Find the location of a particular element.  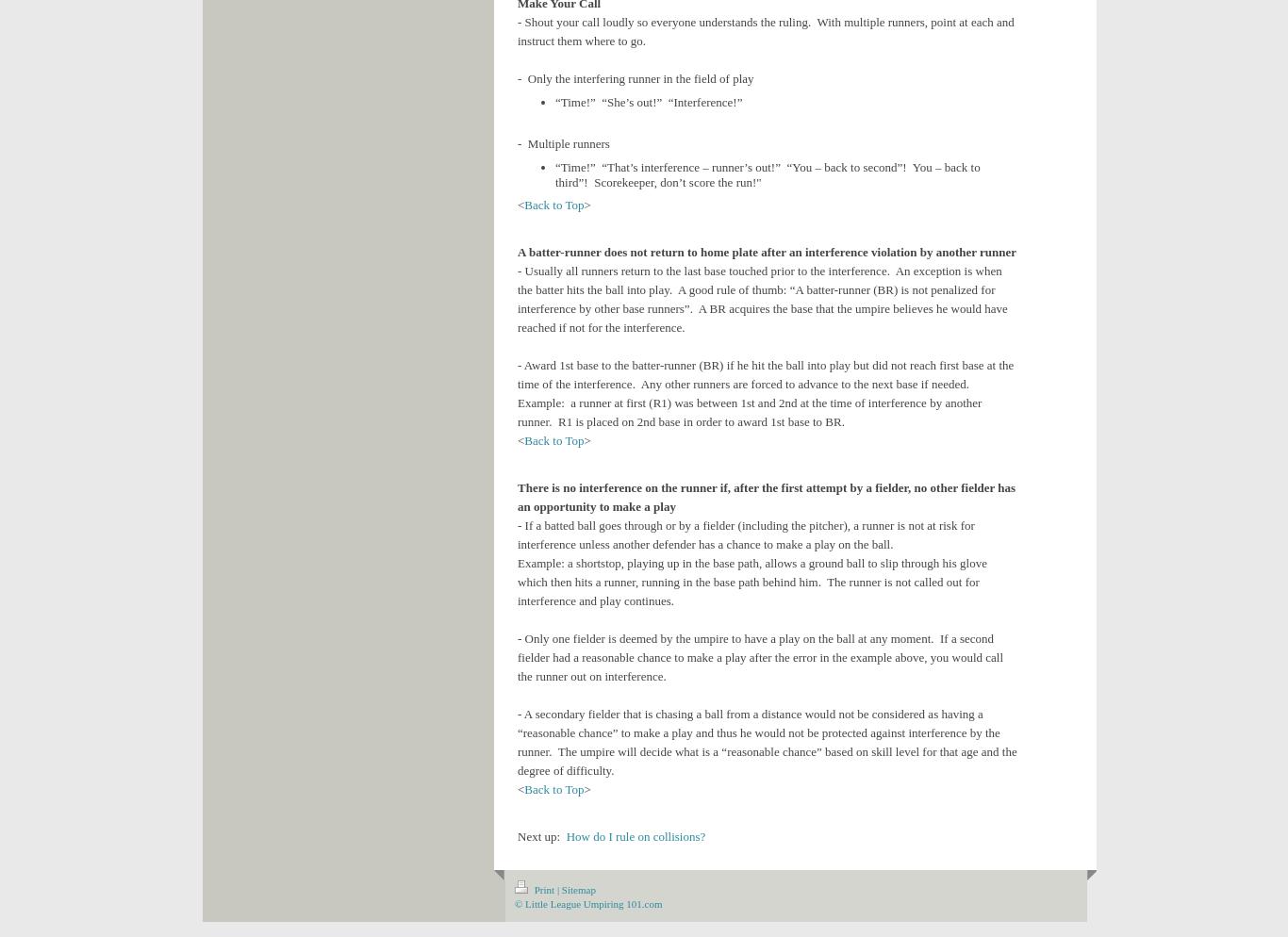

'A batter-runner does not return to home plate after an interference violation by another runner' is located at coordinates (766, 251).